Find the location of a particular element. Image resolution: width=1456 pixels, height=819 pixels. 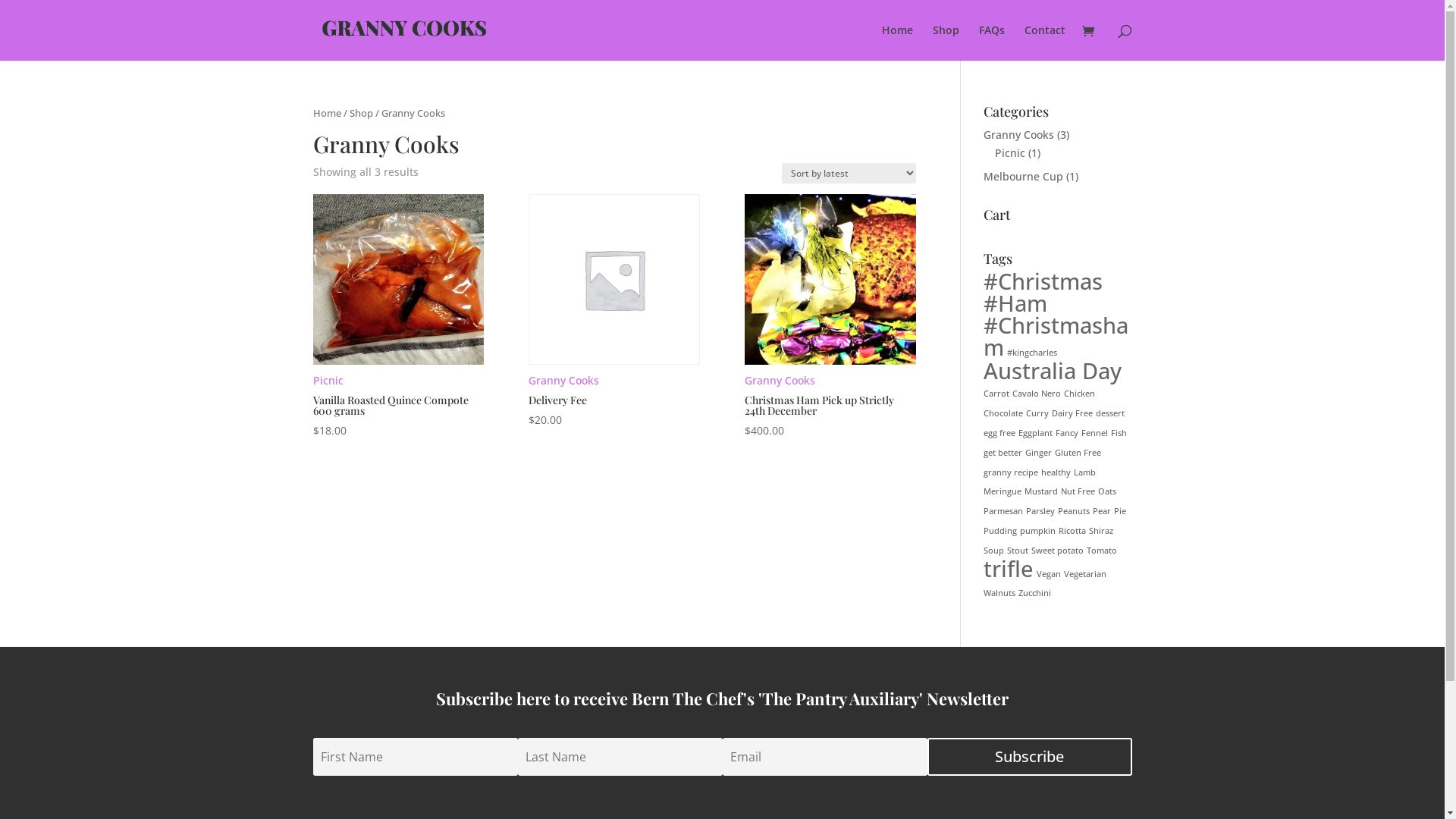

'Soup' is located at coordinates (993, 550).